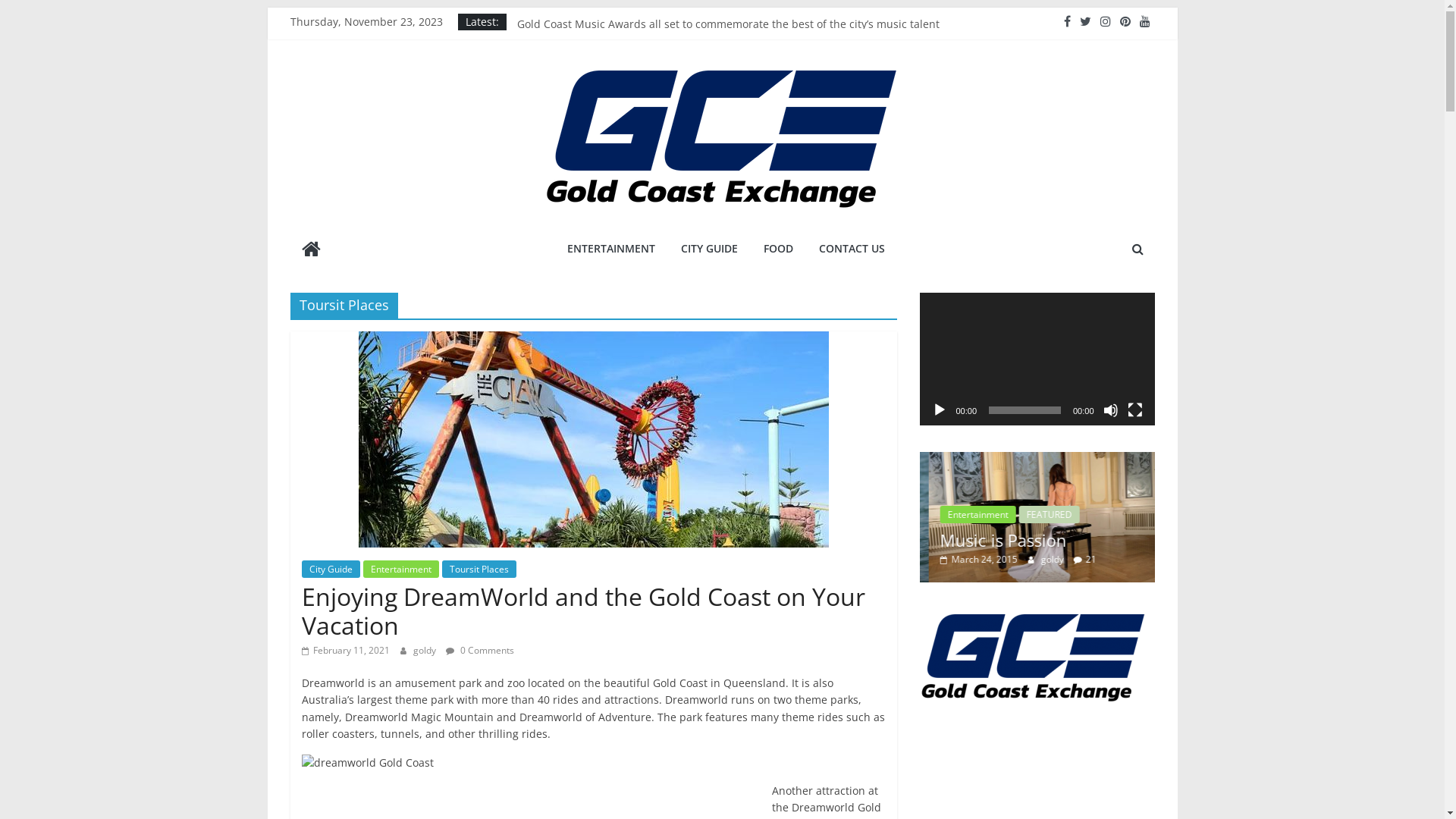  I want to click on 'Mute', so click(1110, 409).